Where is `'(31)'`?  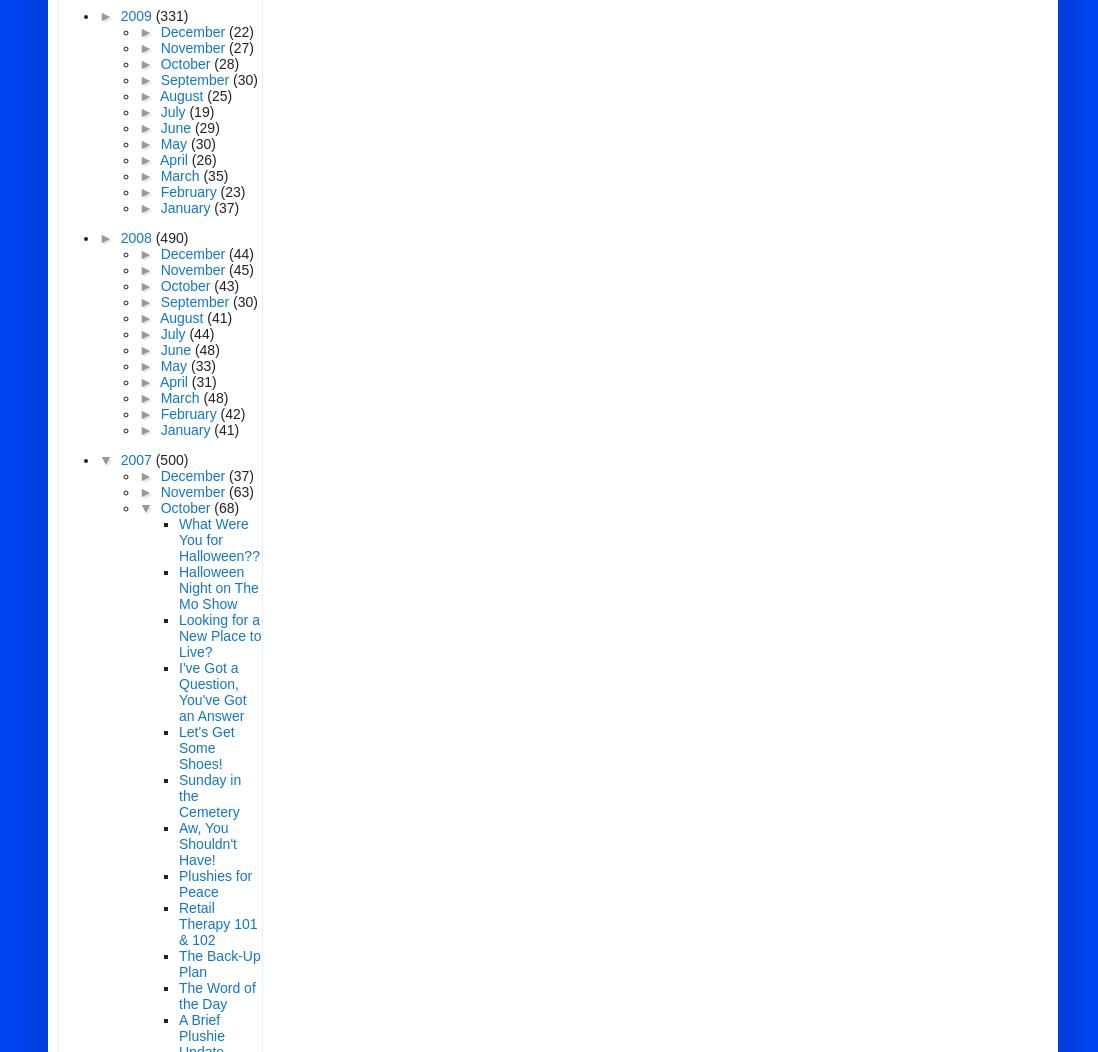
'(31)' is located at coordinates (190, 381).